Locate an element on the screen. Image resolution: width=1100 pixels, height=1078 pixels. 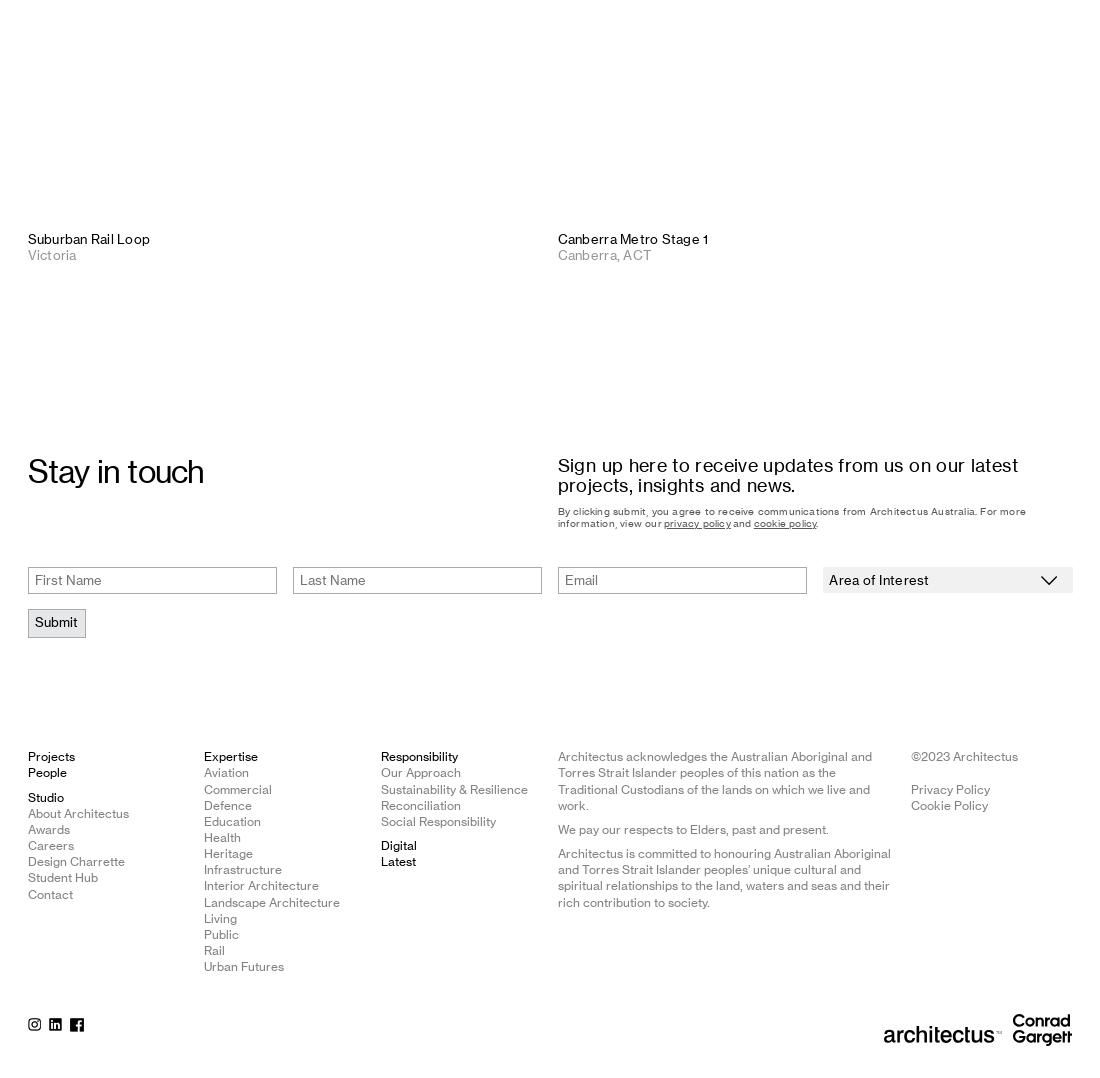
'By clicking submit, you agree to receive communications from Architectus Australia. For more information, view our' is located at coordinates (791, 517).